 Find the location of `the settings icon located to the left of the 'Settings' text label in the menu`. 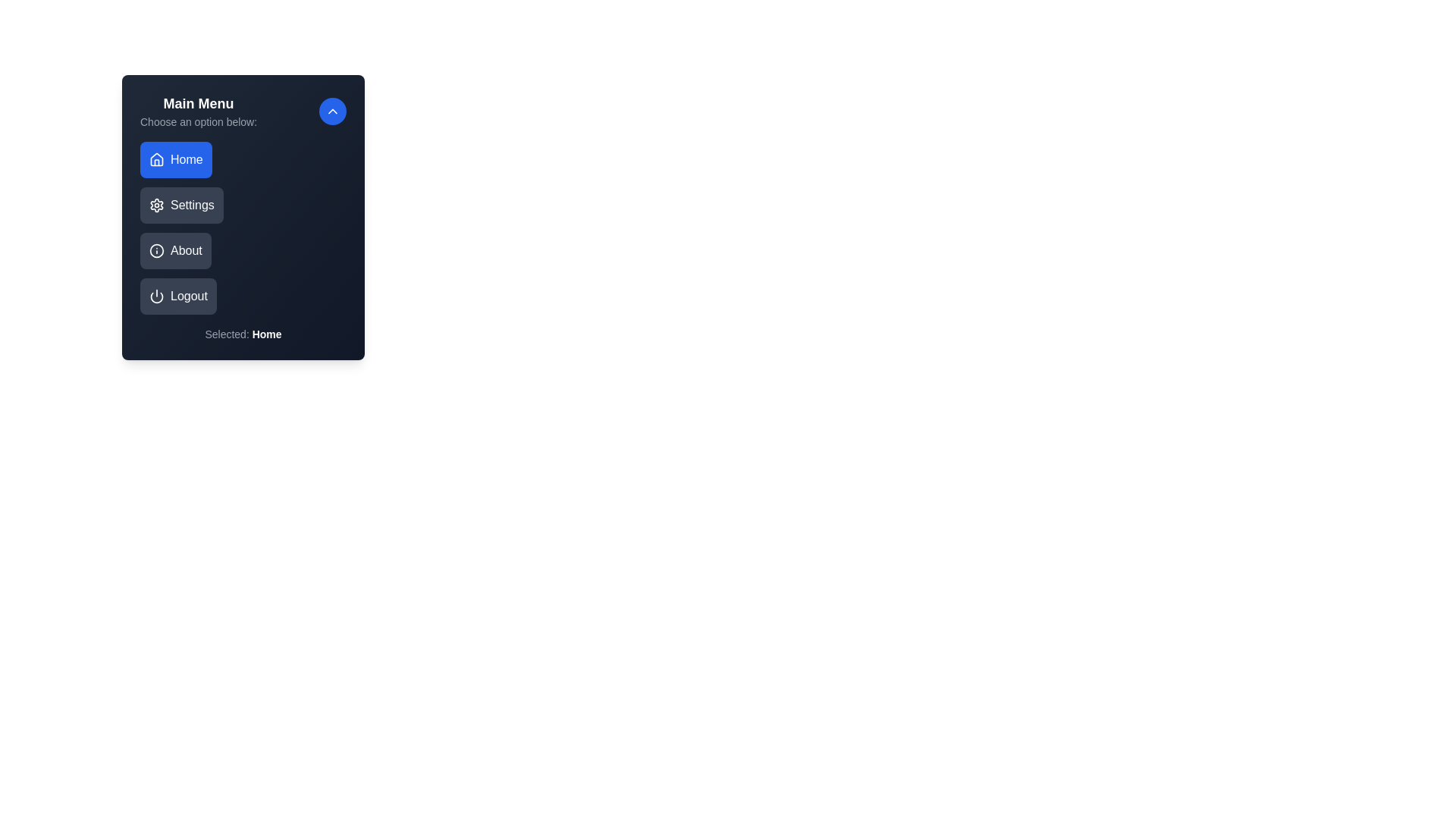

the settings icon located to the left of the 'Settings' text label in the menu is located at coordinates (156, 205).